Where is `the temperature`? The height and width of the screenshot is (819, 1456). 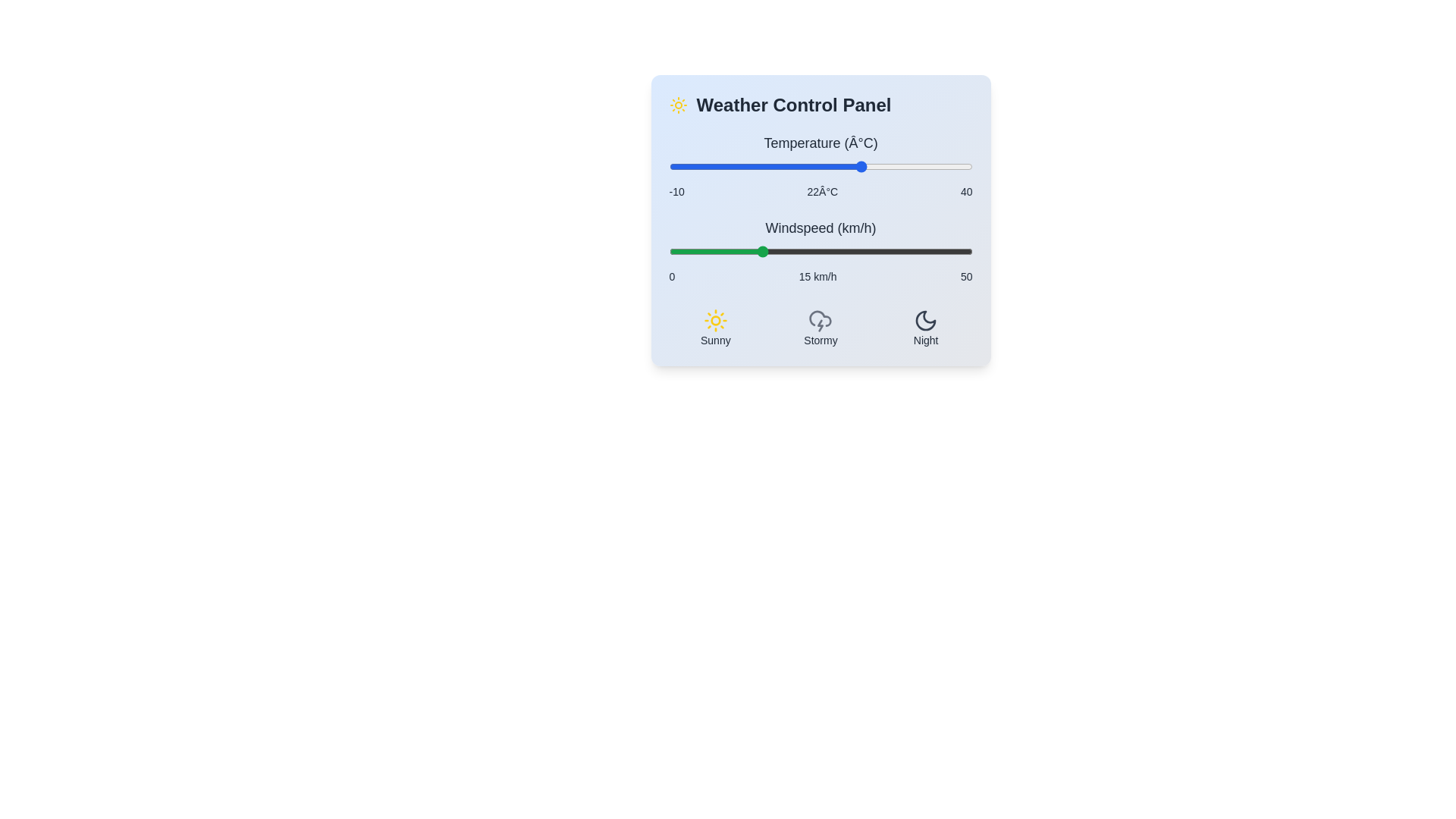 the temperature is located at coordinates (881, 166).